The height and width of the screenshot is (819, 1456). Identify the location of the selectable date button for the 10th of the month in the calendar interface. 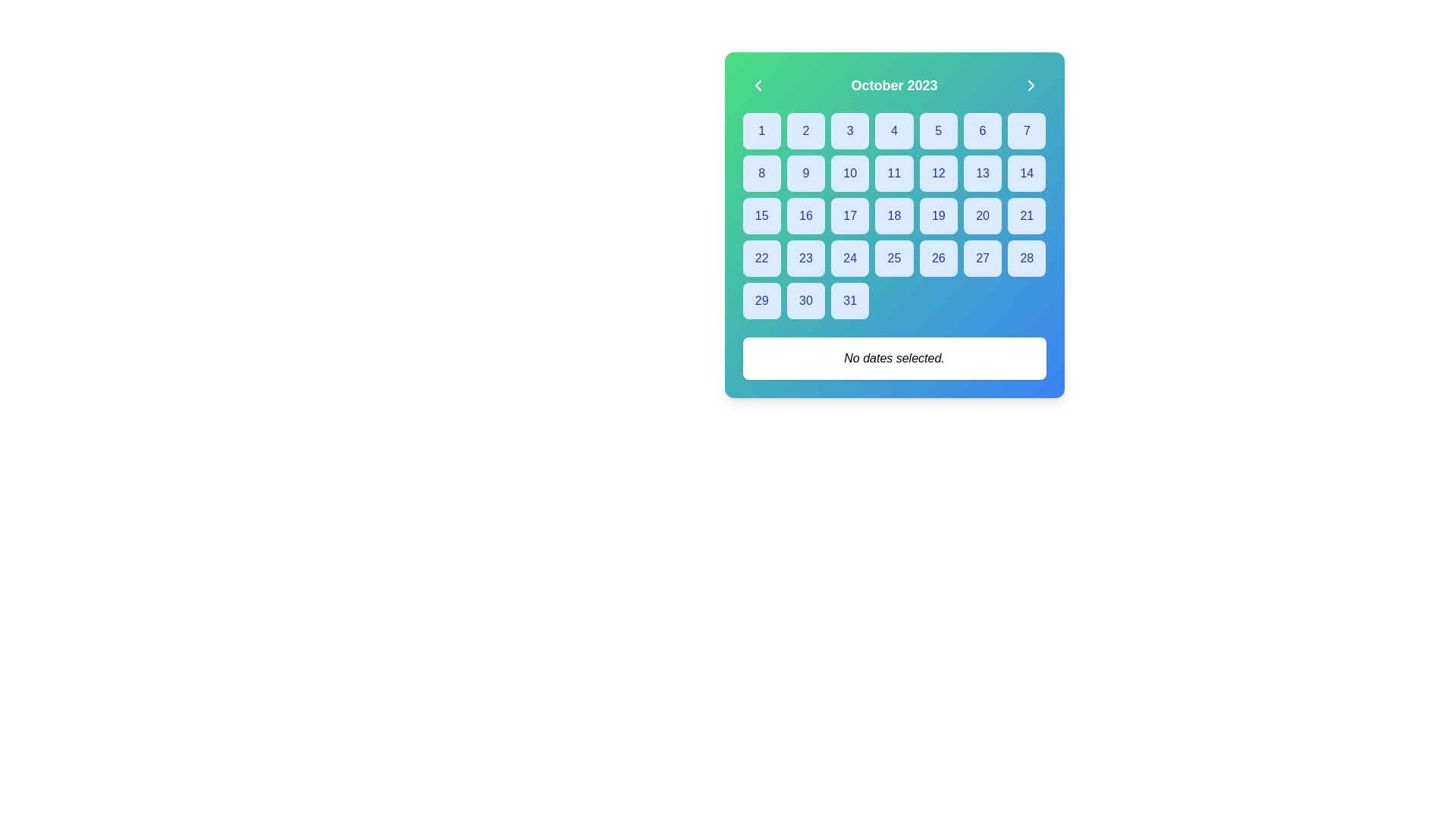
(850, 172).